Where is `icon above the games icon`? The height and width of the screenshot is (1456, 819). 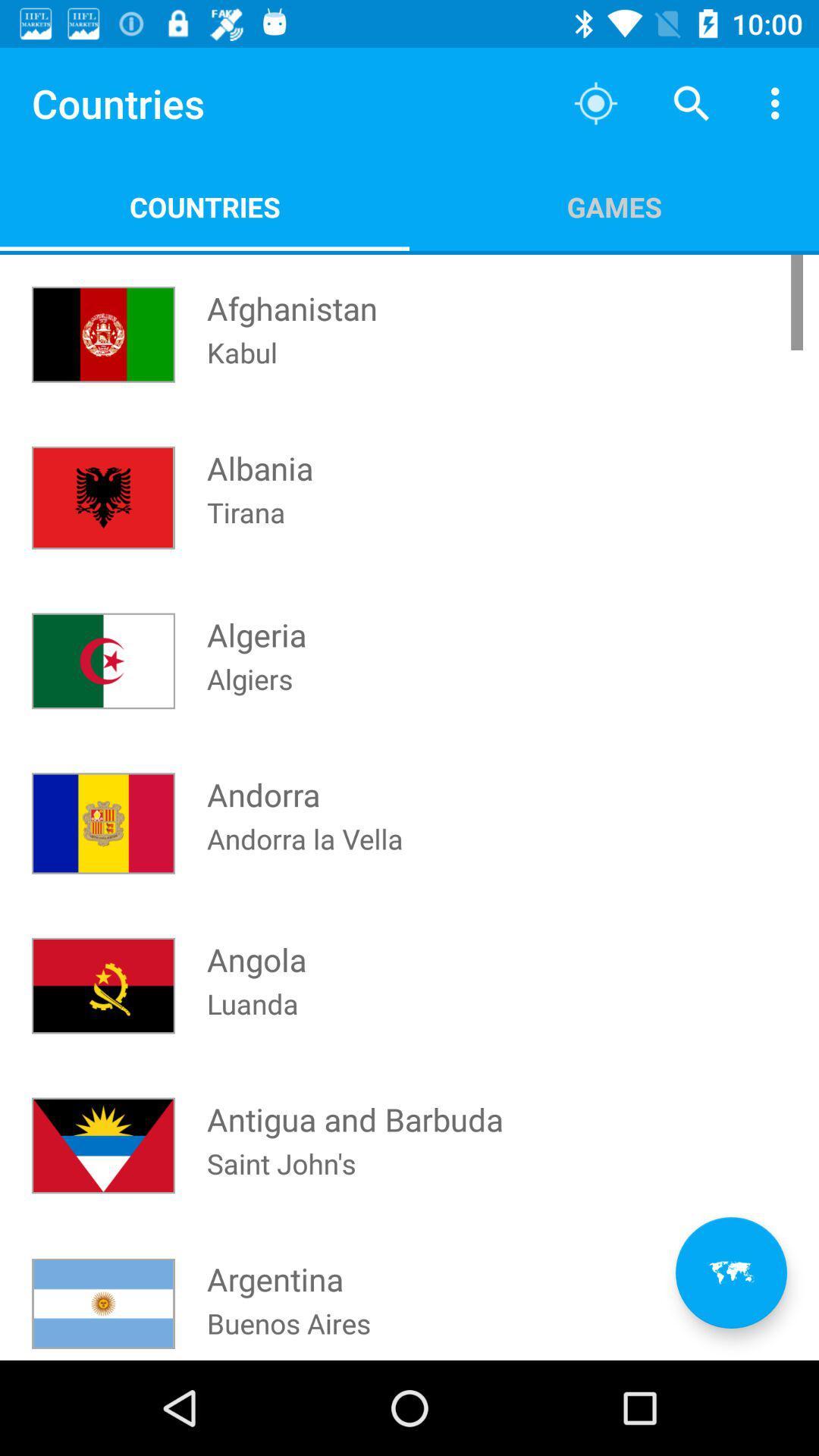 icon above the games icon is located at coordinates (691, 102).